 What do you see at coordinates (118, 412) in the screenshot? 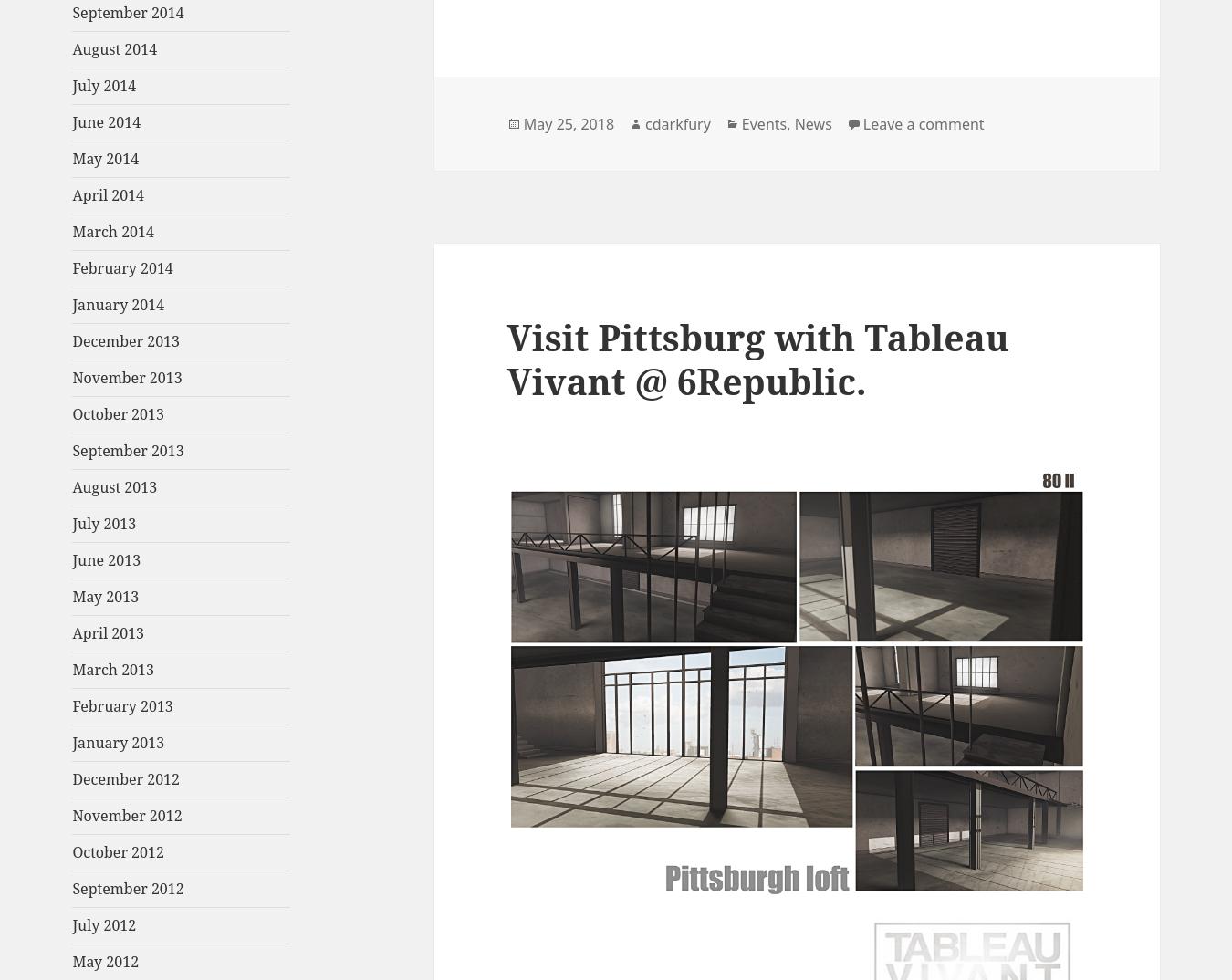
I see `'October 2013'` at bounding box center [118, 412].